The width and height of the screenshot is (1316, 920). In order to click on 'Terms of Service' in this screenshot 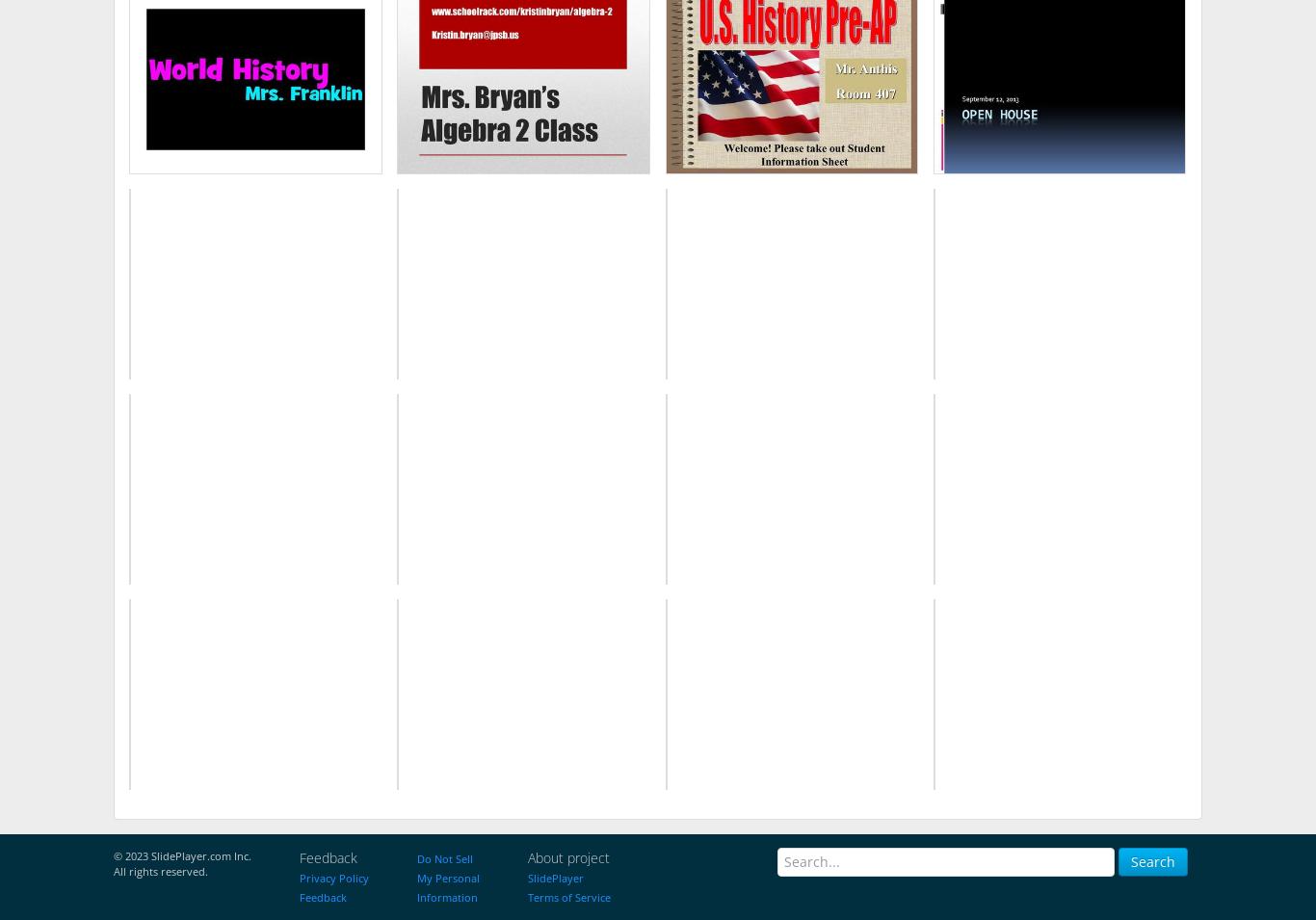, I will do `click(528, 896)`.